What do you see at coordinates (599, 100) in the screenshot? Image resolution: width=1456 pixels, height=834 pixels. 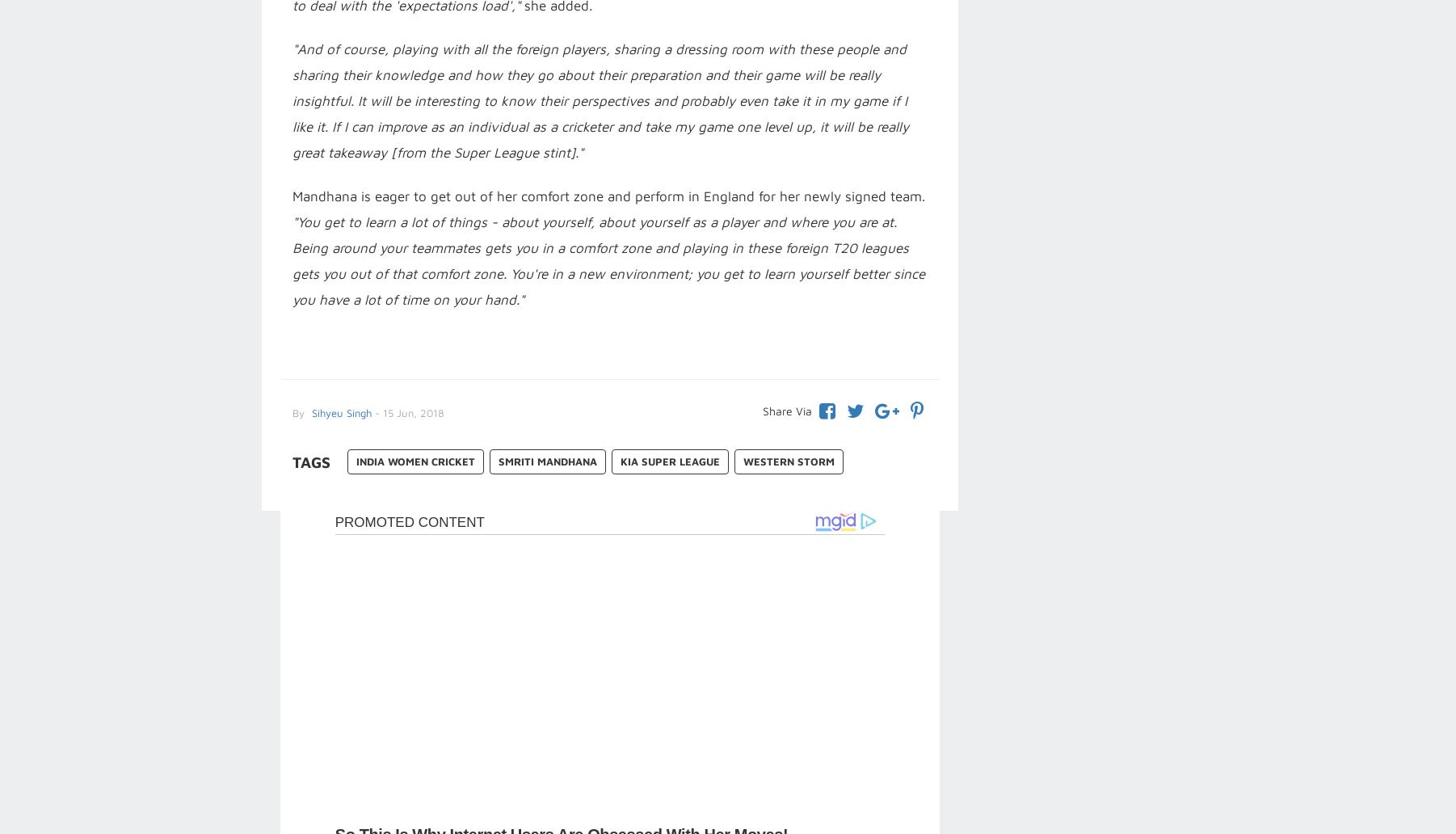 I see `'"And of course, playing with all the foreign players, sharing a dressing room with these people and sharing their knowledge and how they go about their preparation and their game will be really insightful. It will be interesting to know their perspectives and probably even take it in my game if I like it. If I can improve as an individual as a cricketer and take my game one level up, it will be really great takeaway [from the Super League stint]."'` at bounding box center [599, 100].